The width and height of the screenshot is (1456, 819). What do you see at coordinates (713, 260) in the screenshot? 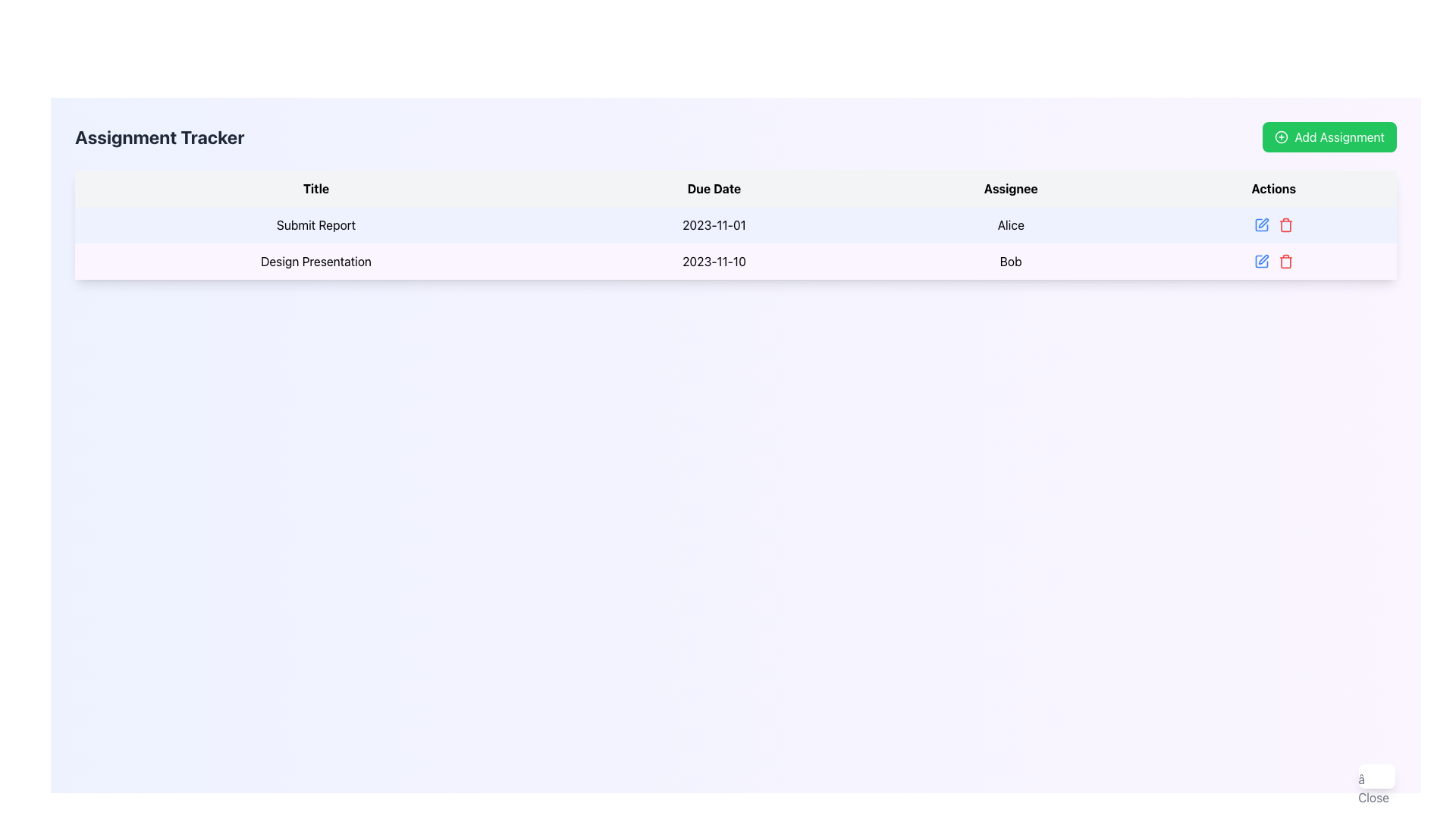
I see `the table cell displaying the date '2023-11-10' in the 'Due Date' column of the second row` at bounding box center [713, 260].